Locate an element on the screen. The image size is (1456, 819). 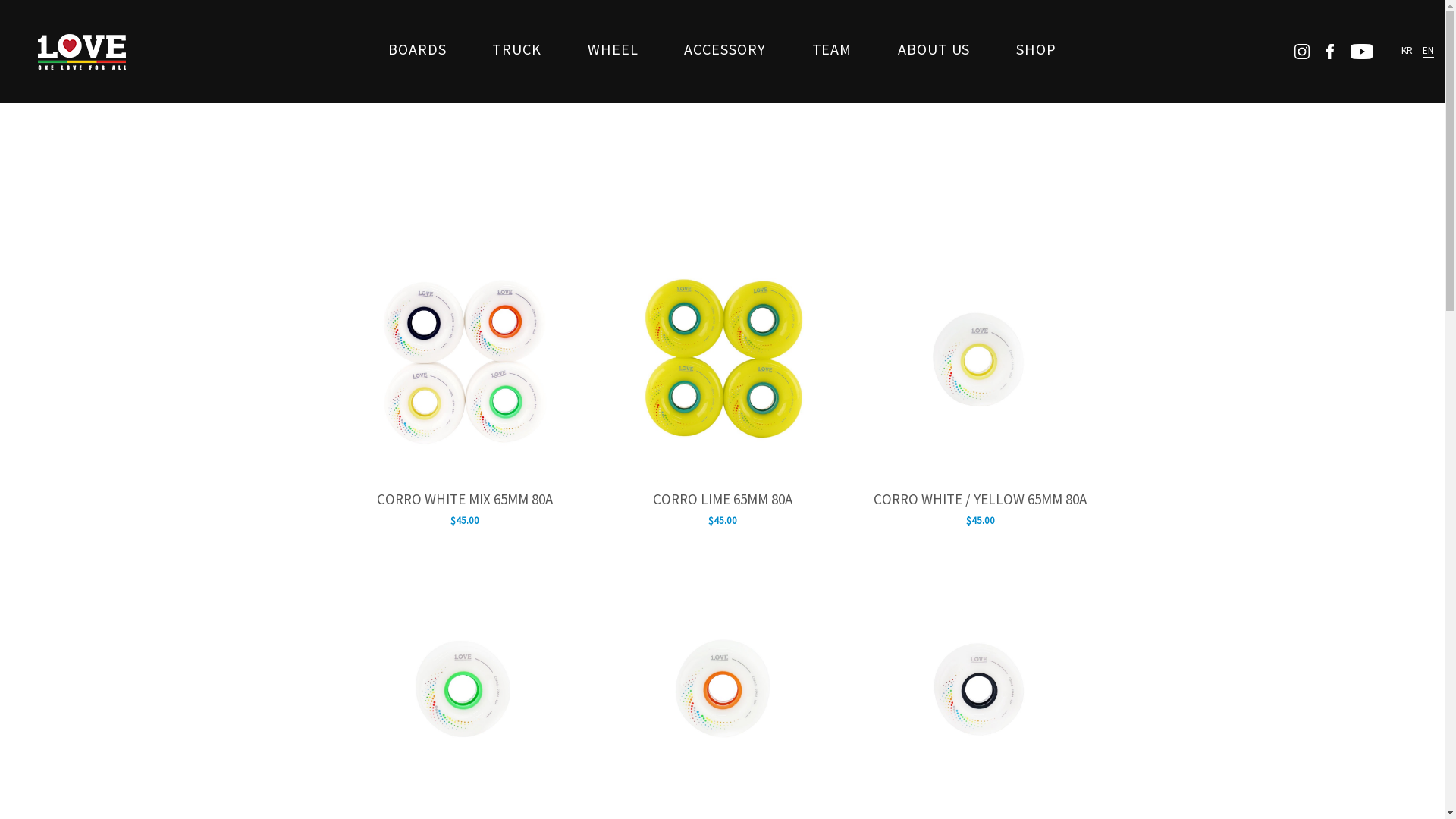
'ACCESSORY' is located at coordinates (723, 49).